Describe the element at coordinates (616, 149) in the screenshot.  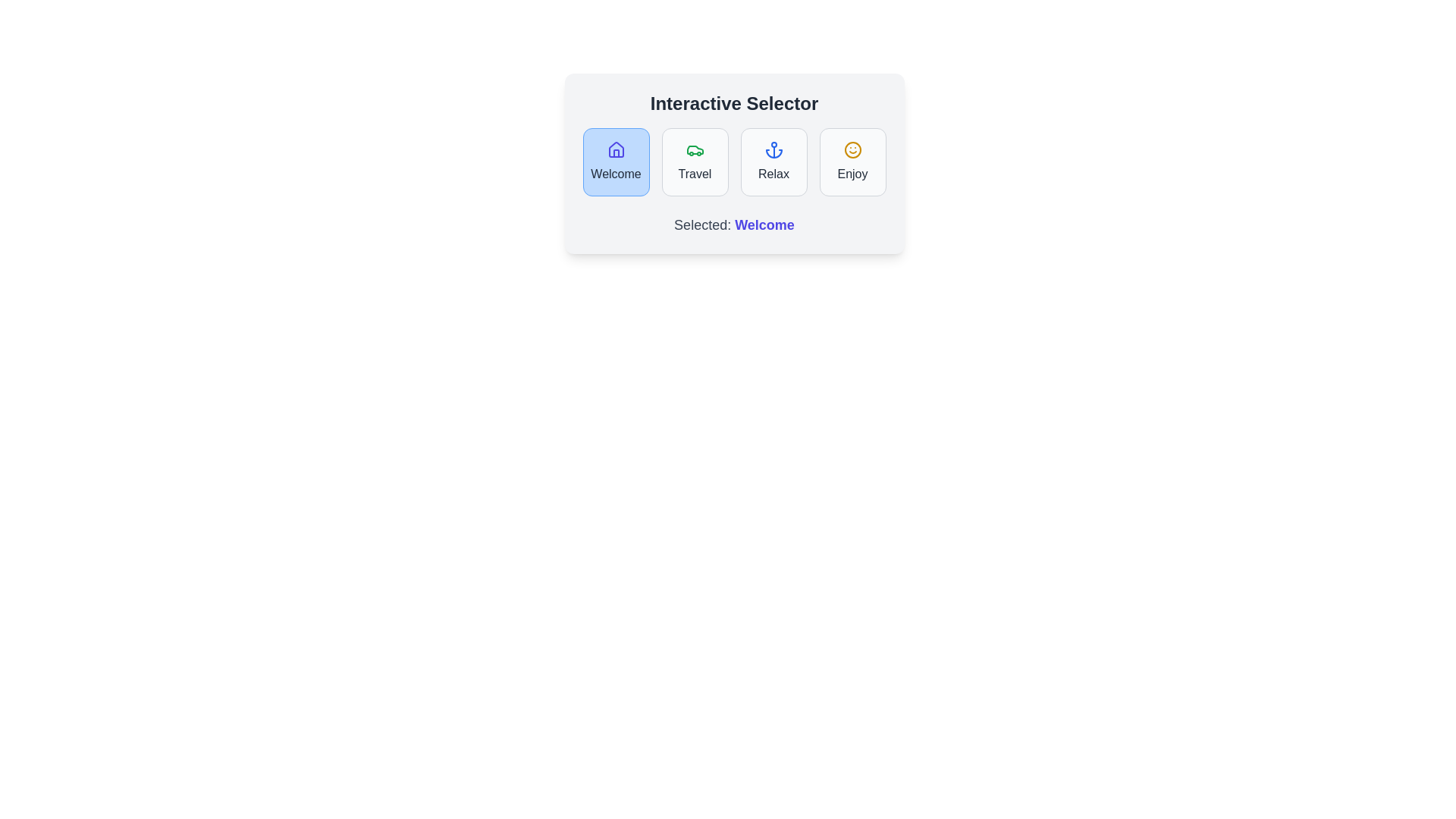
I see `the small blue house icon with rounded edges that is centrally positioned above the 'Welcome' text in the selectable 'Welcome' card` at that location.